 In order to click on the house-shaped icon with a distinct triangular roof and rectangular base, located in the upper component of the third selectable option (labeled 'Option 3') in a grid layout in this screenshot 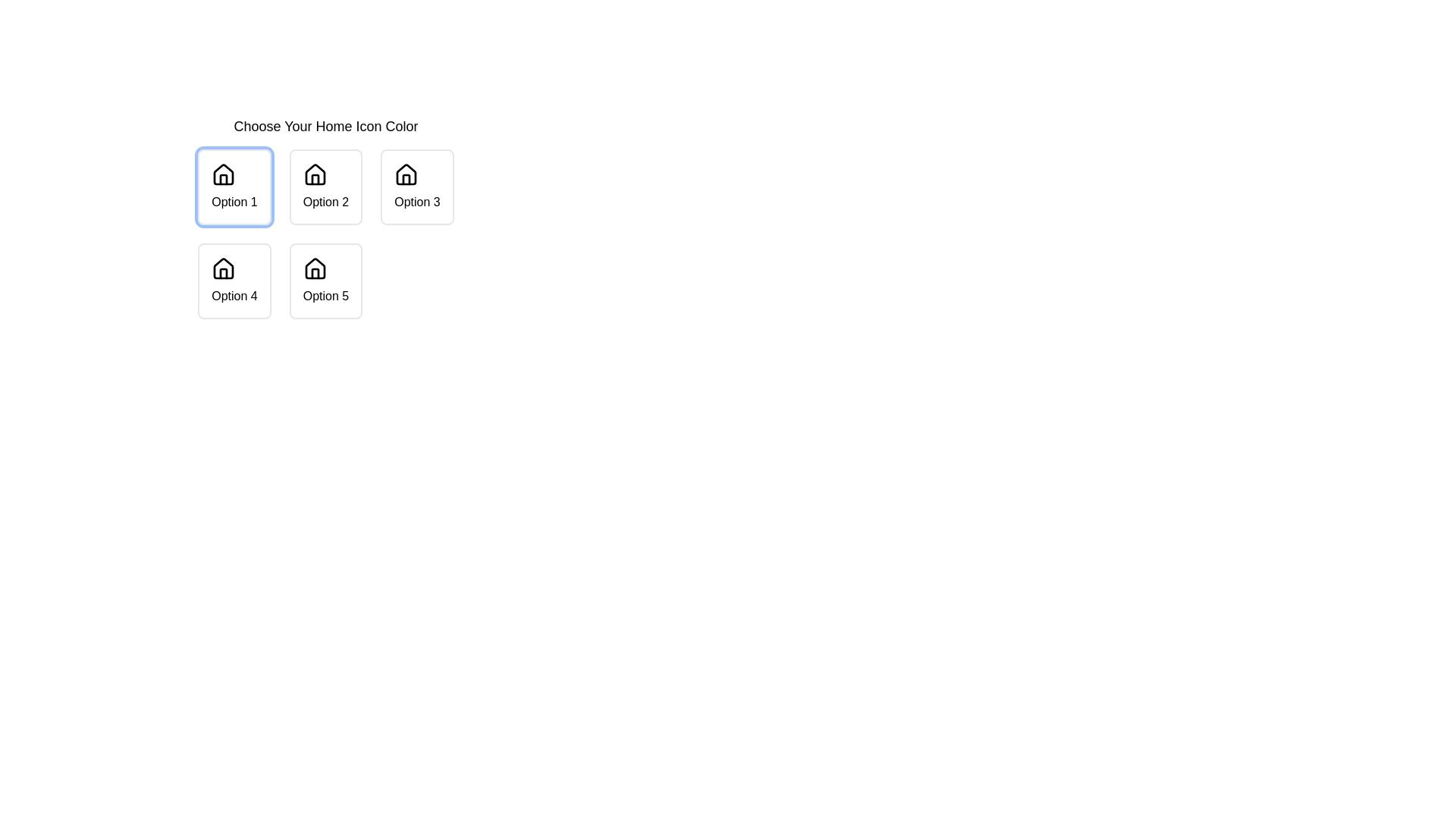, I will do `click(406, 174)`.